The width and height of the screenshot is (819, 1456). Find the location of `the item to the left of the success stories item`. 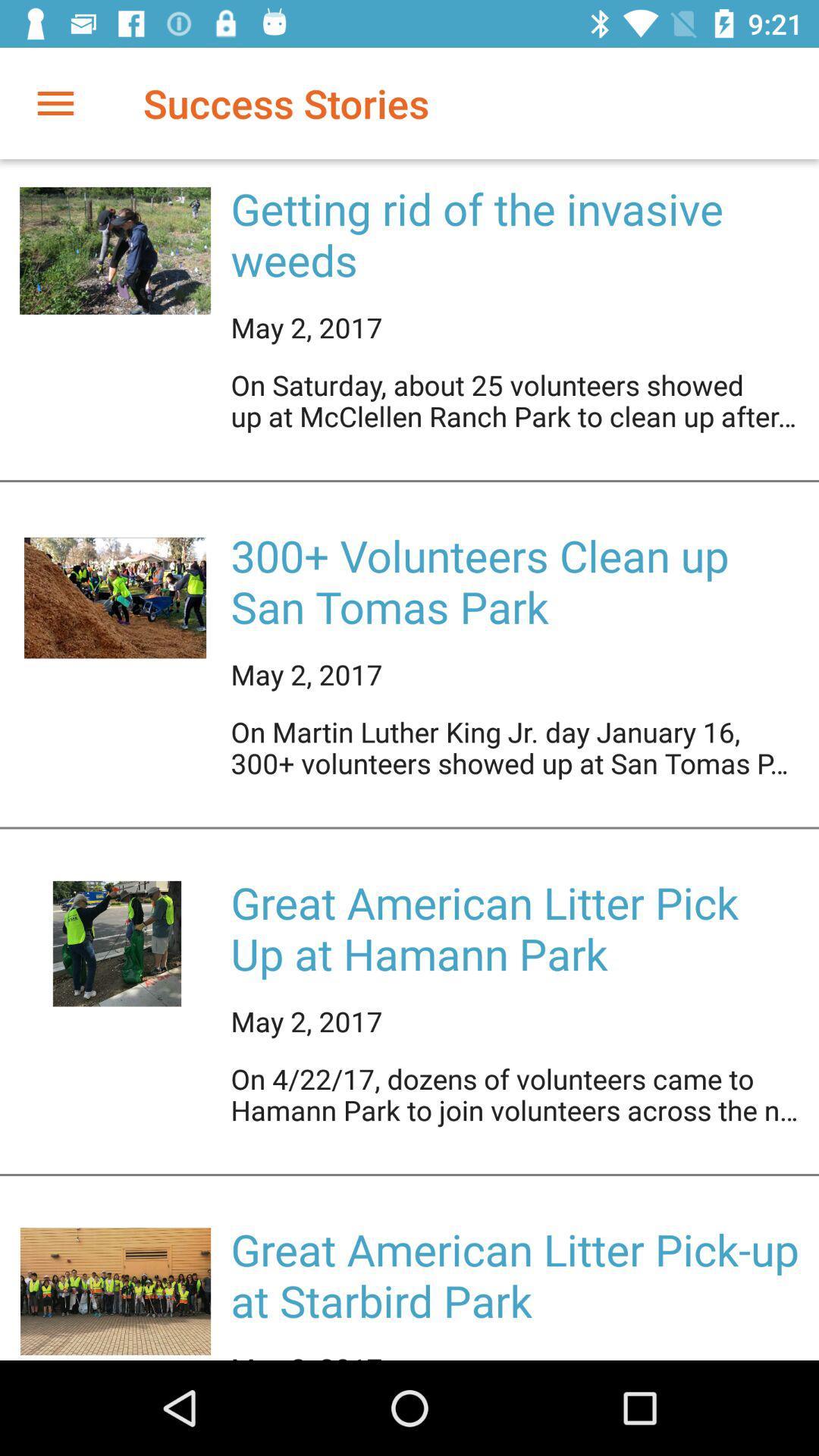

the item to the left of the success stories item is located at coordinates (55, 102).